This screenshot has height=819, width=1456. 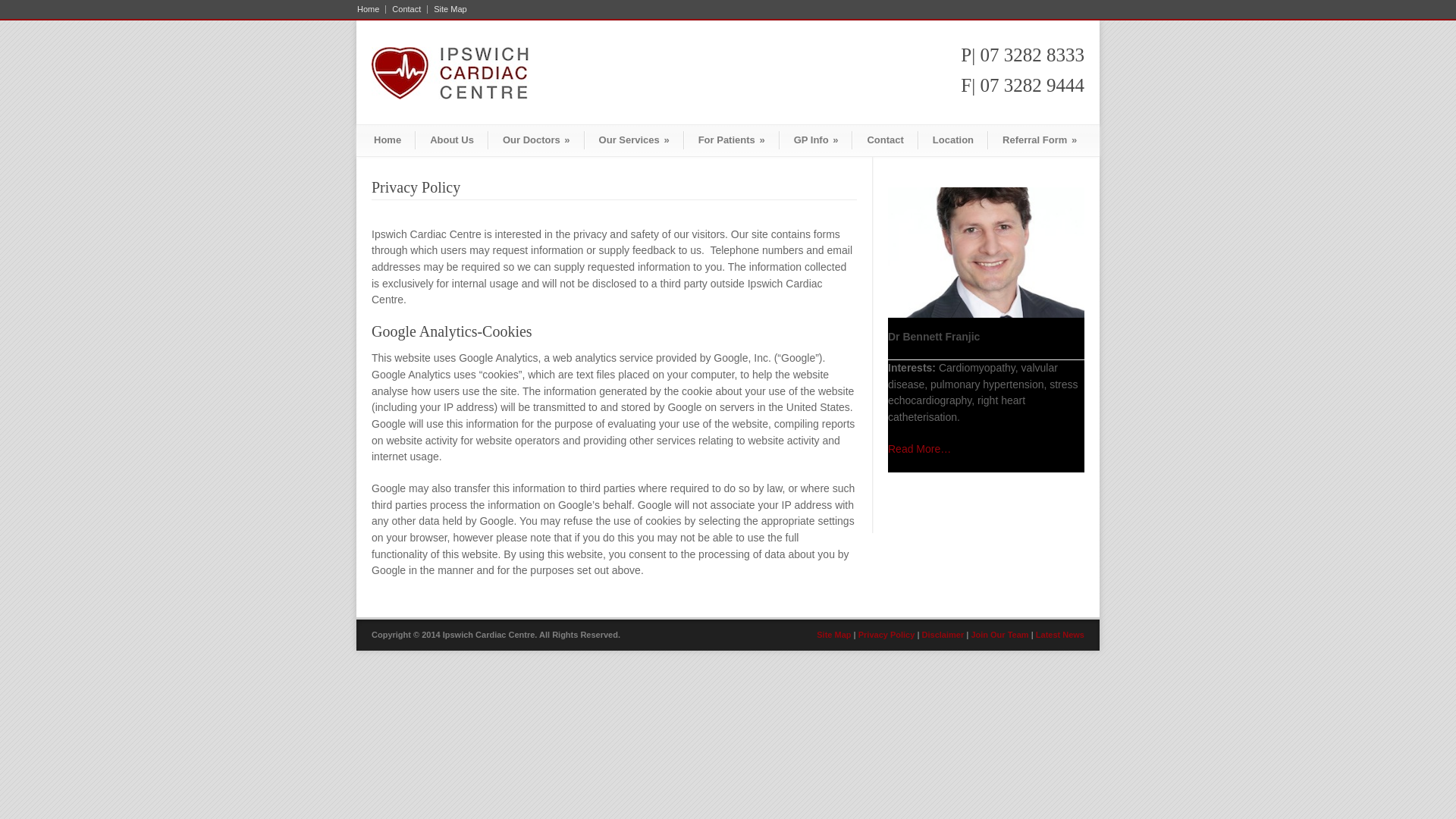 What do you see at coordinates (884, 140) in the screenshot?
I see `'Contact'` at bounding box center [884, 140].